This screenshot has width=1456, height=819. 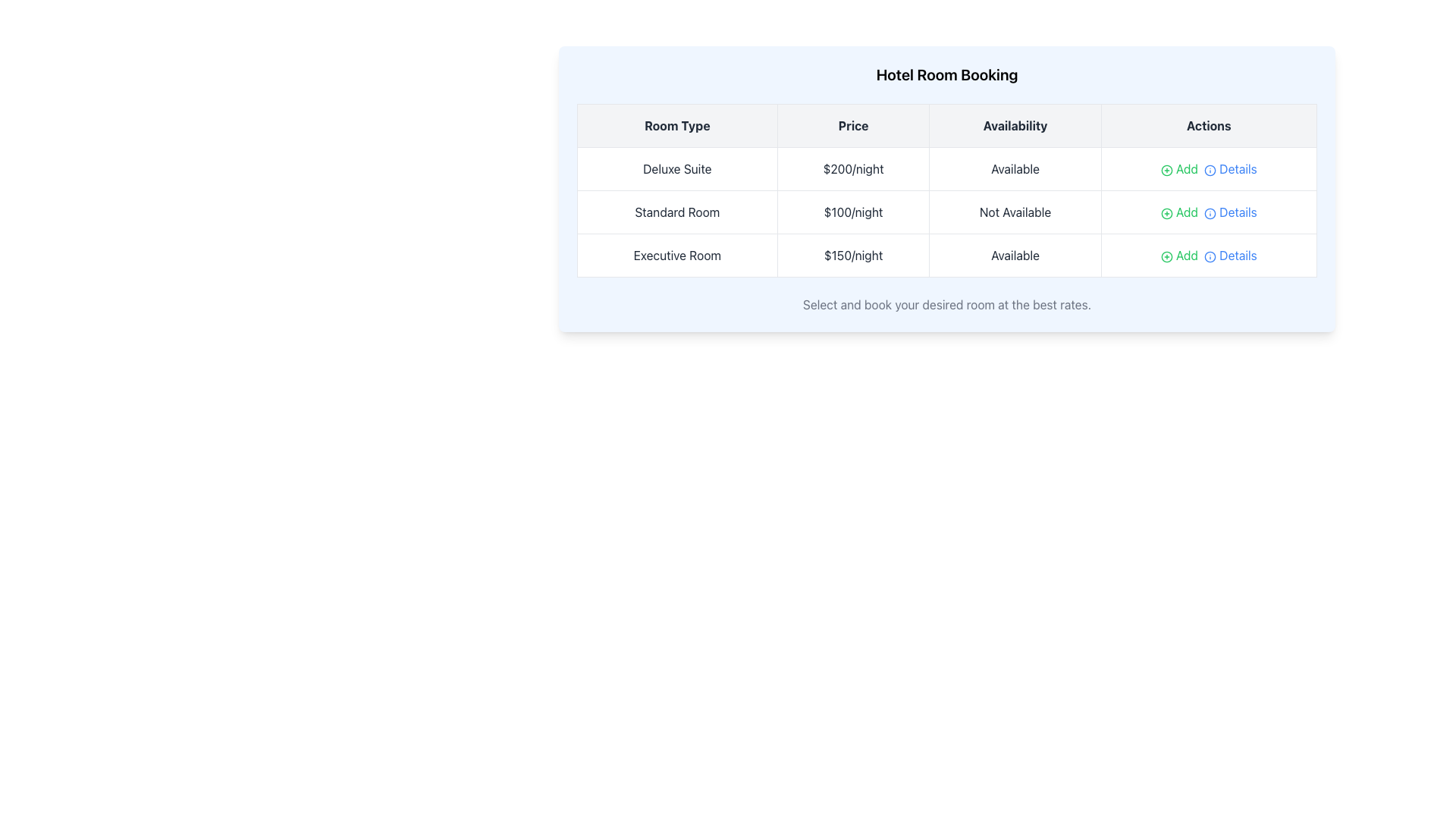 What do you see at coordinates (676, 212) in the screenshot?
I see `the 'Standard Room' Text Label, which describes the type of hotel room in the corresponding row of the table` at bounding box center [676, 212].